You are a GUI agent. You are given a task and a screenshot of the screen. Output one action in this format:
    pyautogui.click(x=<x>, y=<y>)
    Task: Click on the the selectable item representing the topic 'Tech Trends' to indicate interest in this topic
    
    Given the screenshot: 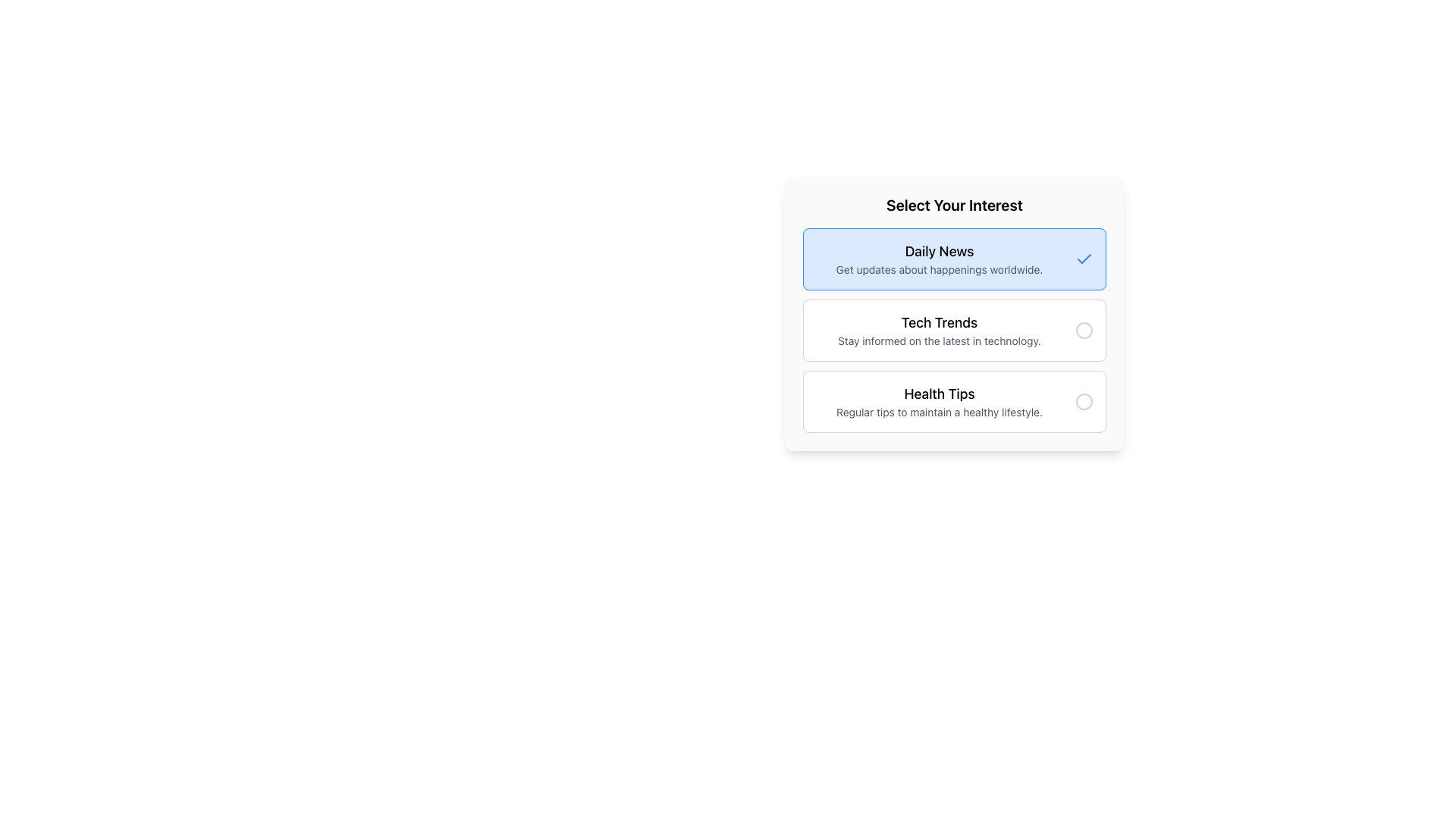 What is the action you would take?
    pyautogui.click(x=953, y=312)
    